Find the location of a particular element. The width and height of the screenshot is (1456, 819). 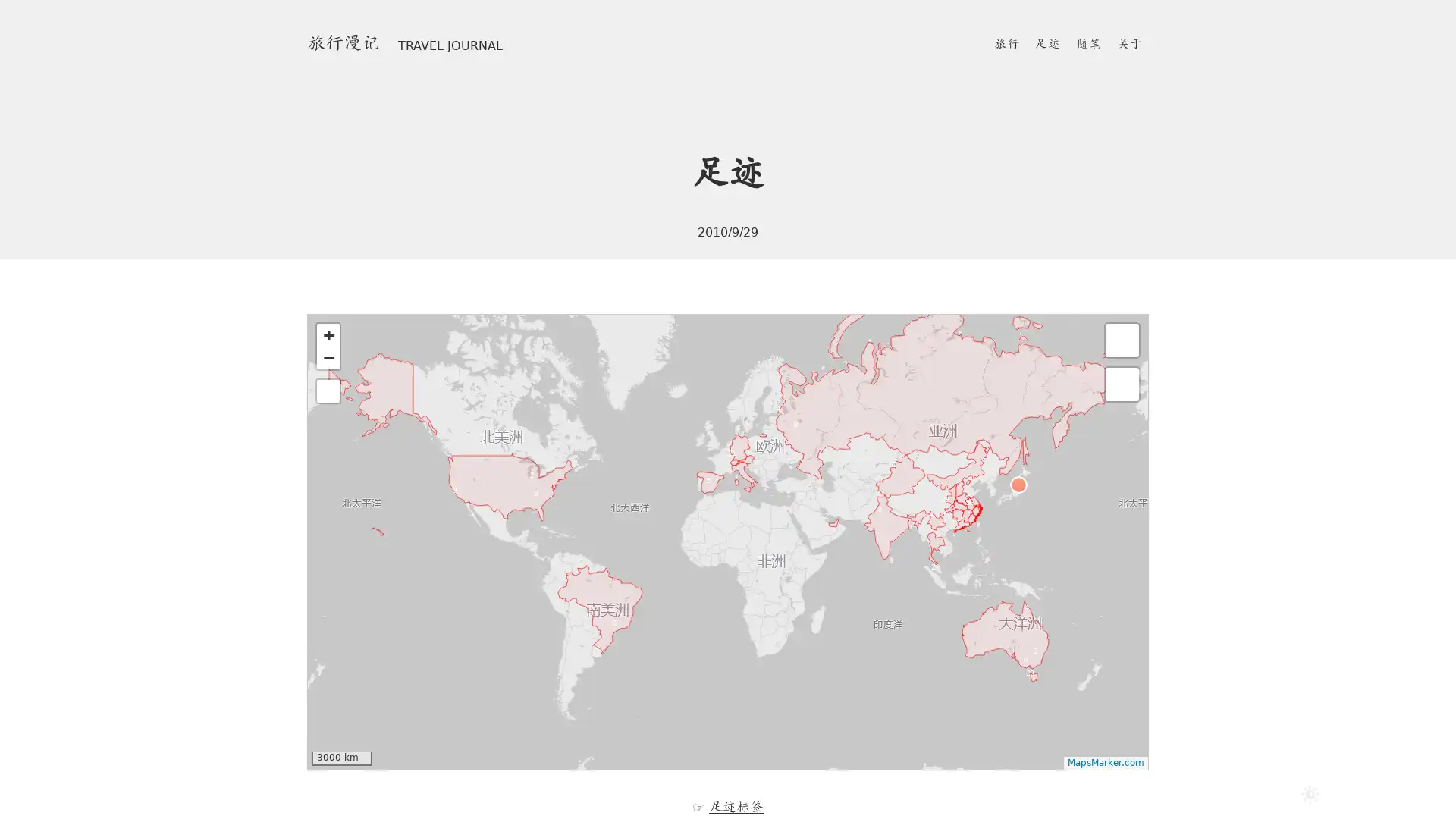

Marker is located at coordinates (932, 536).